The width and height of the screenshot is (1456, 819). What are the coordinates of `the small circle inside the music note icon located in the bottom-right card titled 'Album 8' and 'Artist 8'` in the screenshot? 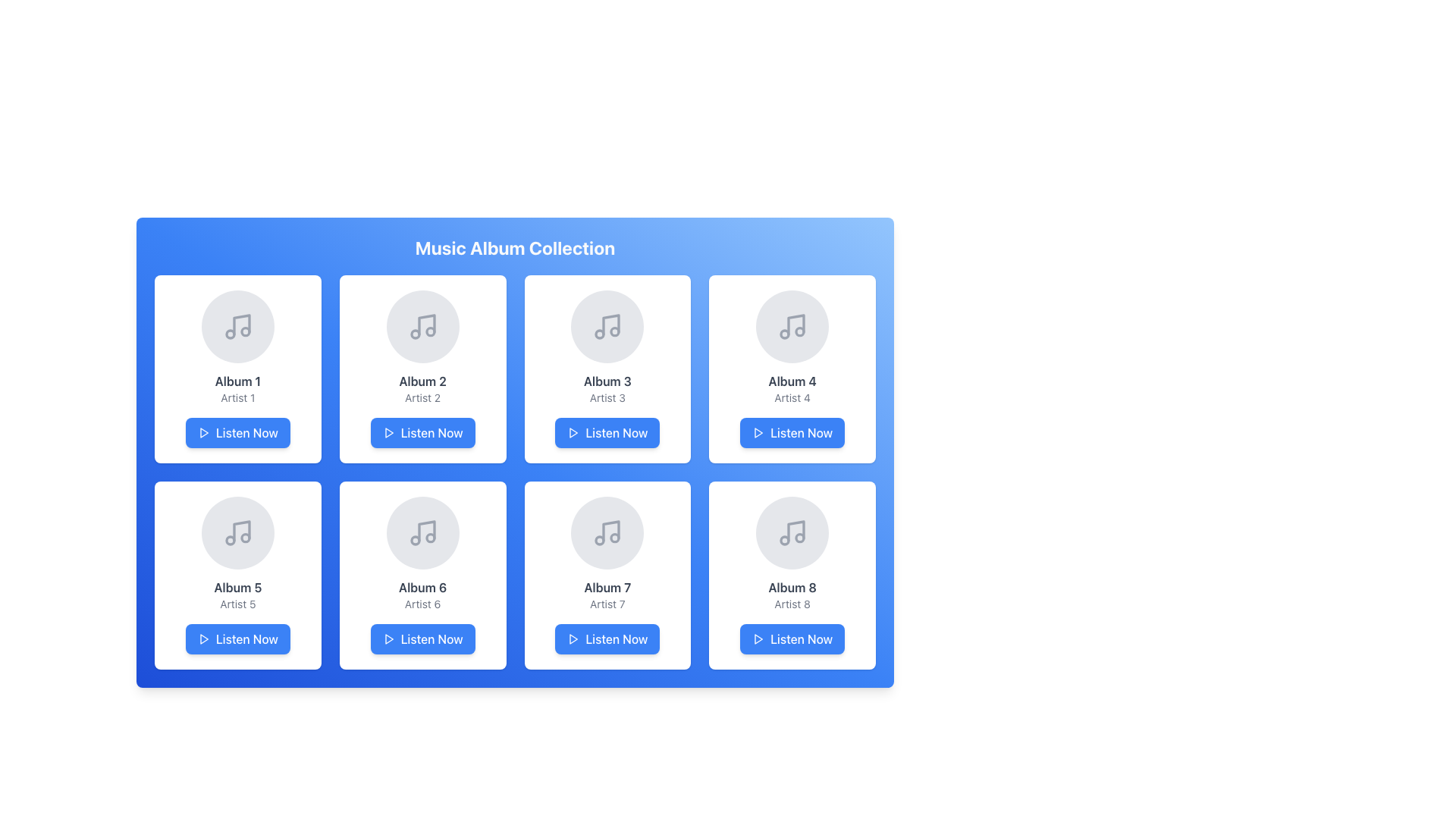 It's located at (785, 540).